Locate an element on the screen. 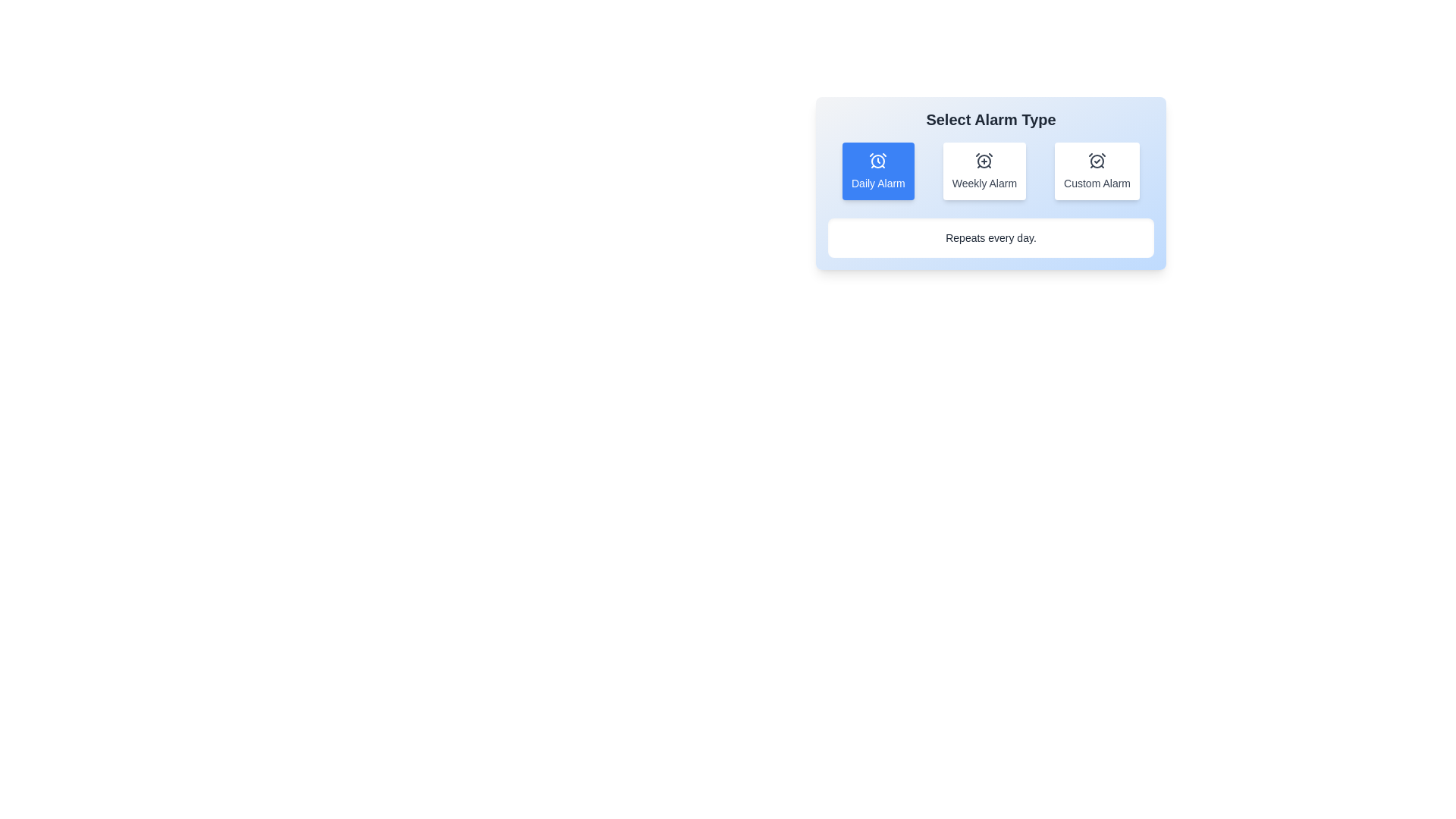 Image resolution: width=1456 pixels, height=819 pixels. the Custom Alarm button to see its hover effect is located at coordinates (1097, 171).